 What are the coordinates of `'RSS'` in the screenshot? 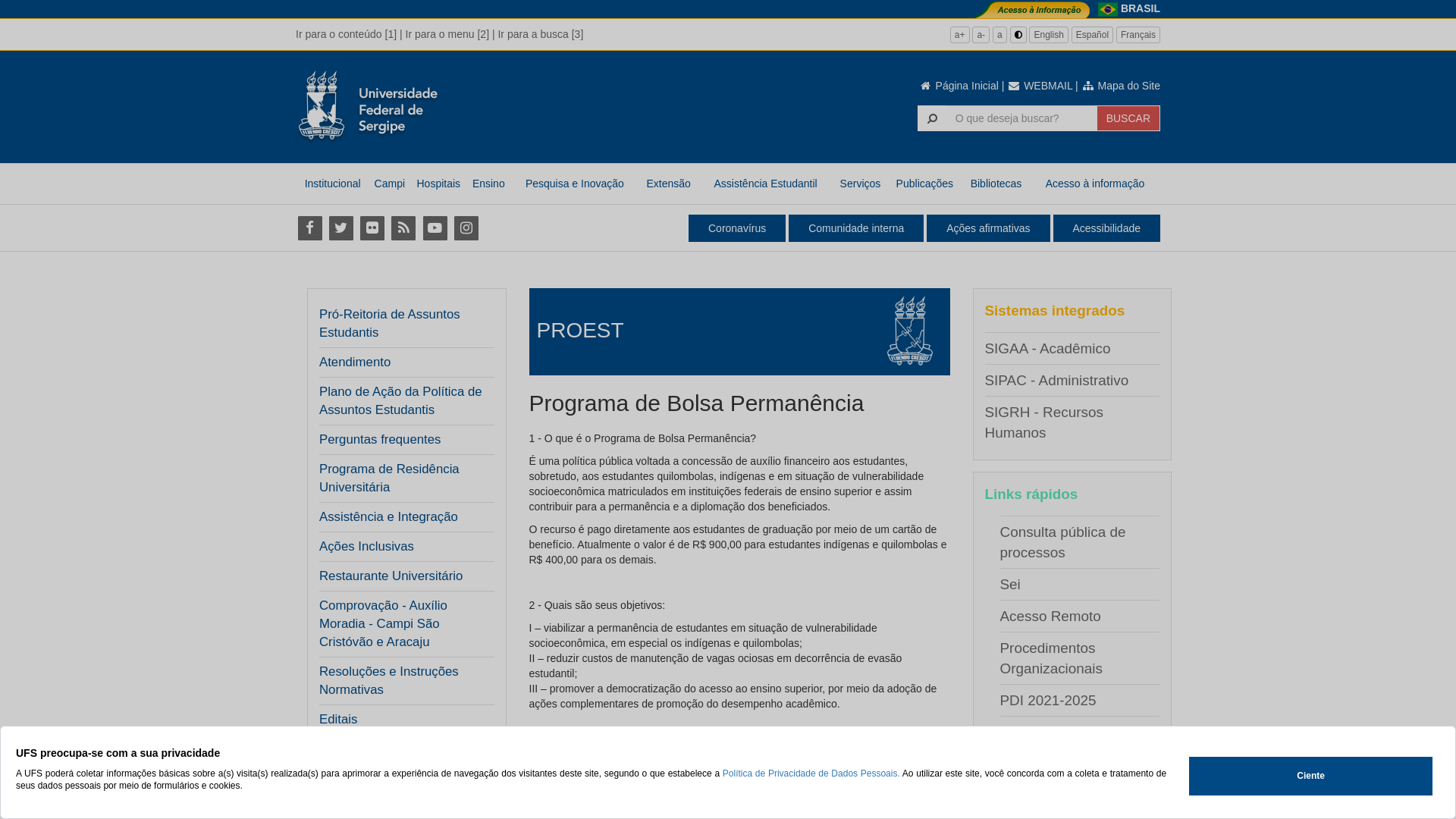 It's located at (403, 227).